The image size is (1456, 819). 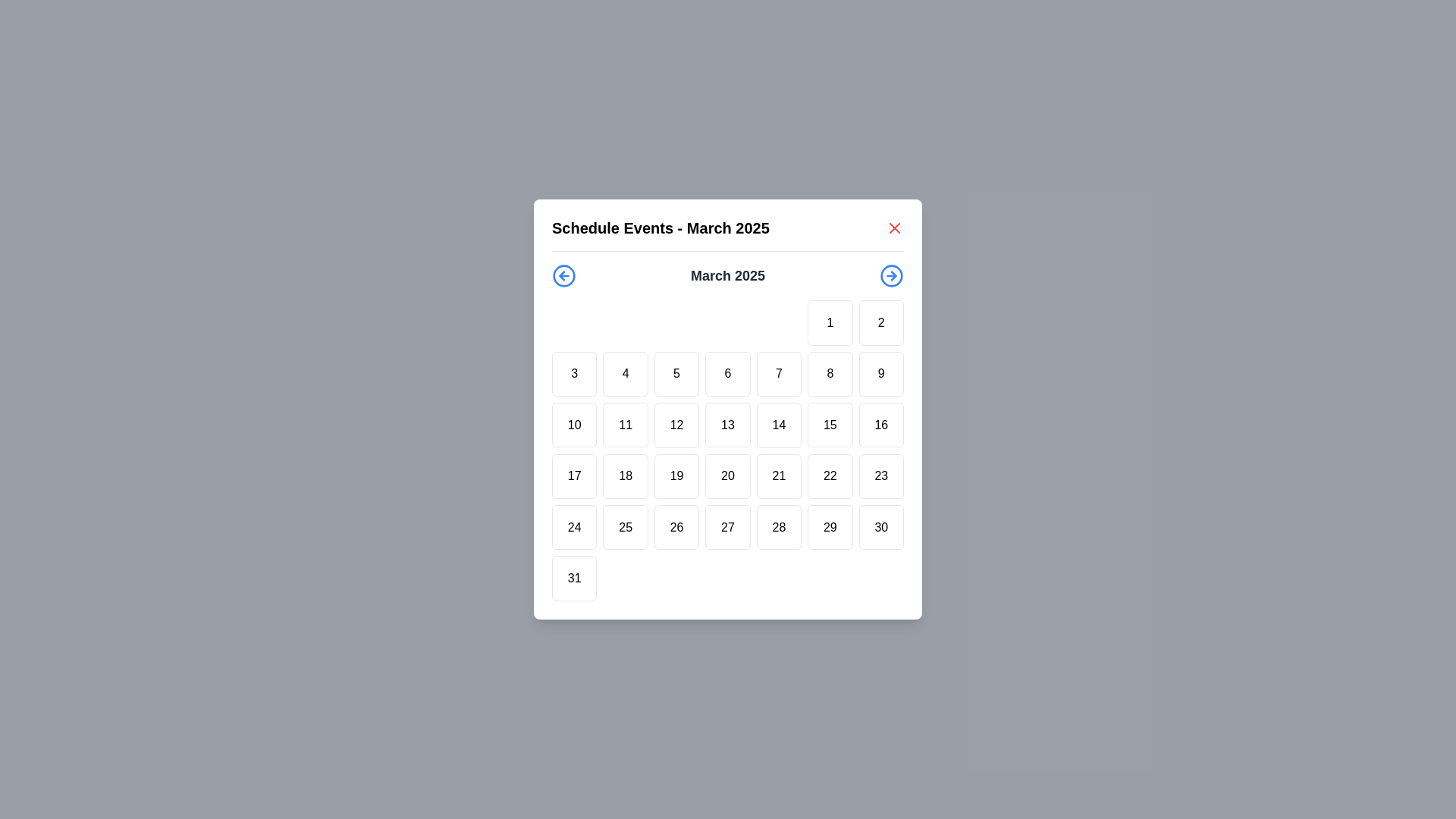 What do you see at coordinates (779, 322) in the screenshot?
I see `the fifth cell in the first row of the calendar grid` at bounding box center [779, 322].